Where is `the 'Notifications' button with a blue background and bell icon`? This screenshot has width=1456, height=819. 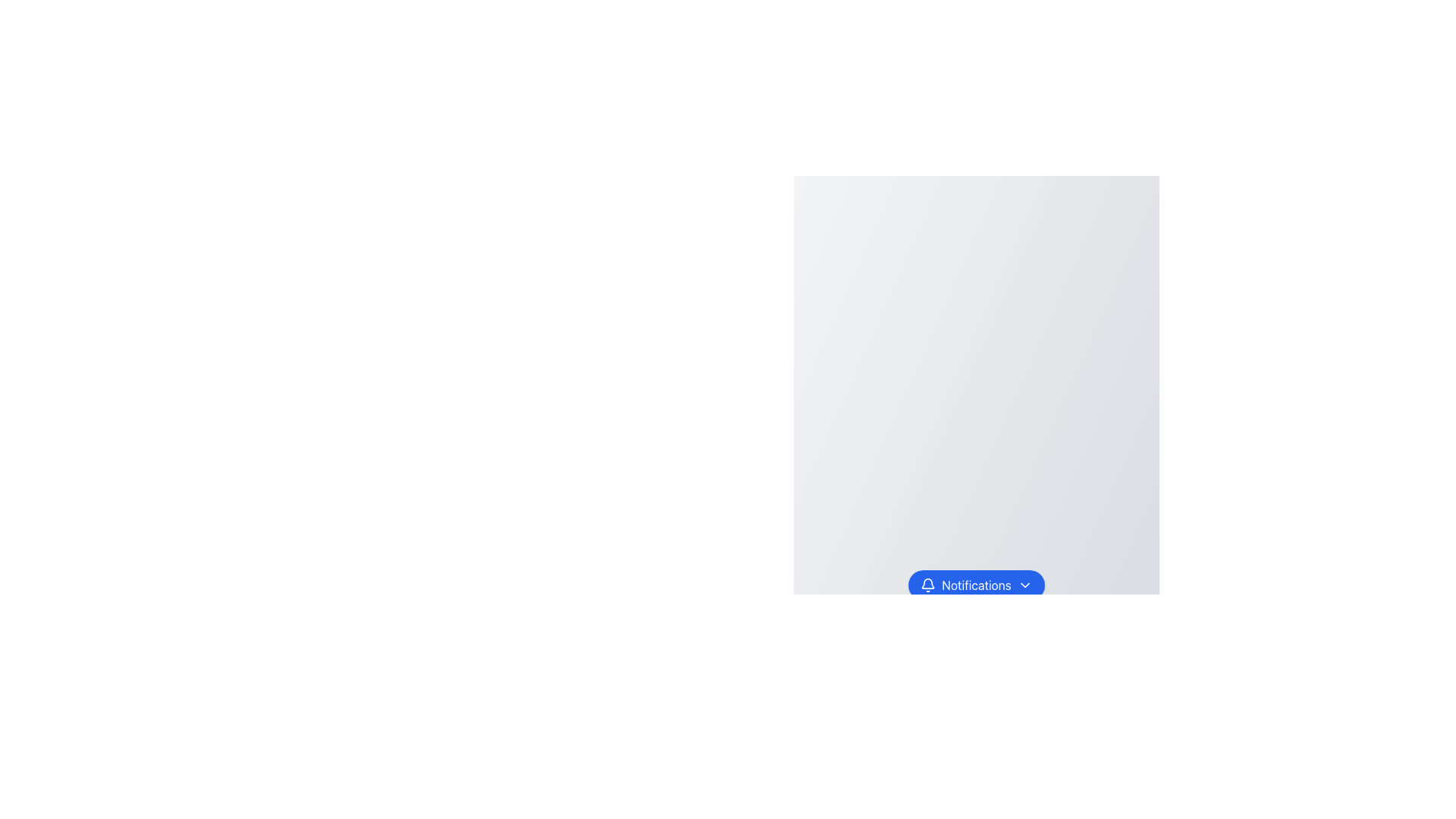 the 'Notifications' button with a blue background and bell icon is located at coordinates (976, 584).